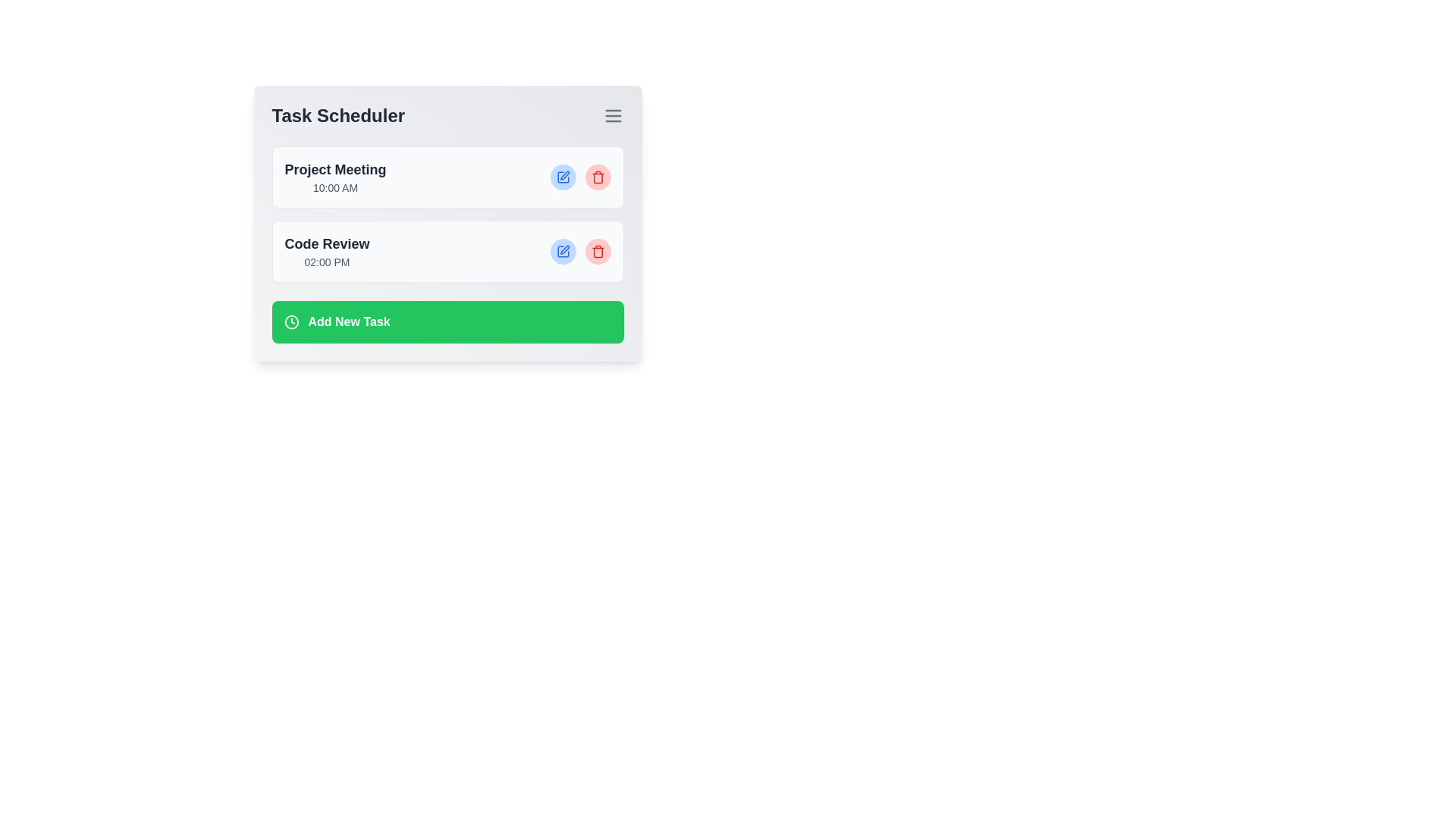 This screenshot has width=1456, height=819. Describe the element at coordinates (562, 177) in the screenshot. I see `the icon button located to the right of the 'Project Meeting' task row` at that location.